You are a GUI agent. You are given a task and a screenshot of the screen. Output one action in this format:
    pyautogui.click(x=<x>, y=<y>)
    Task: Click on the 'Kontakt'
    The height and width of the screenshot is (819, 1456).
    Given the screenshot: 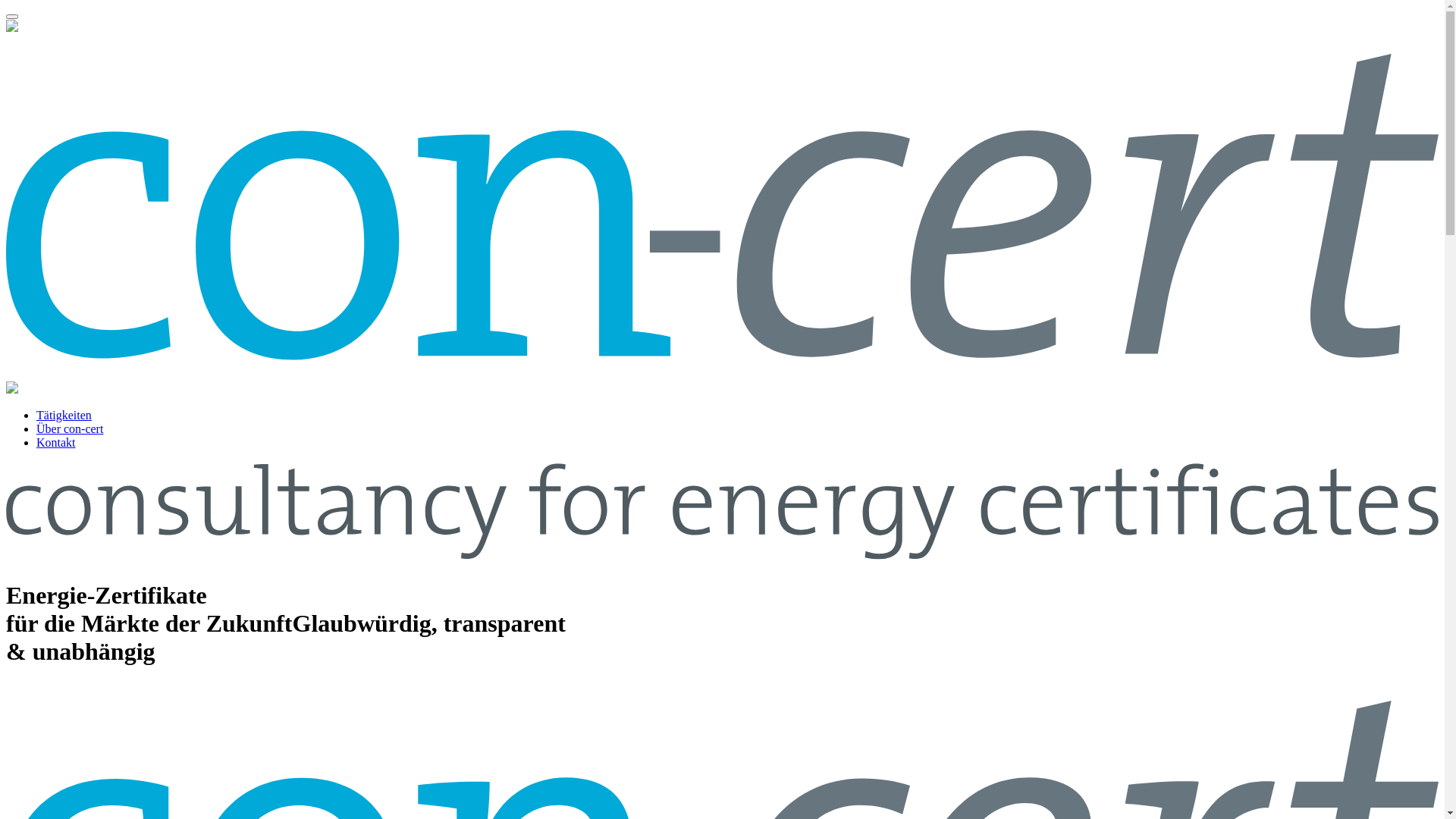 What is the action you would take?
    pyautogui.click(x=55, y=442)
    